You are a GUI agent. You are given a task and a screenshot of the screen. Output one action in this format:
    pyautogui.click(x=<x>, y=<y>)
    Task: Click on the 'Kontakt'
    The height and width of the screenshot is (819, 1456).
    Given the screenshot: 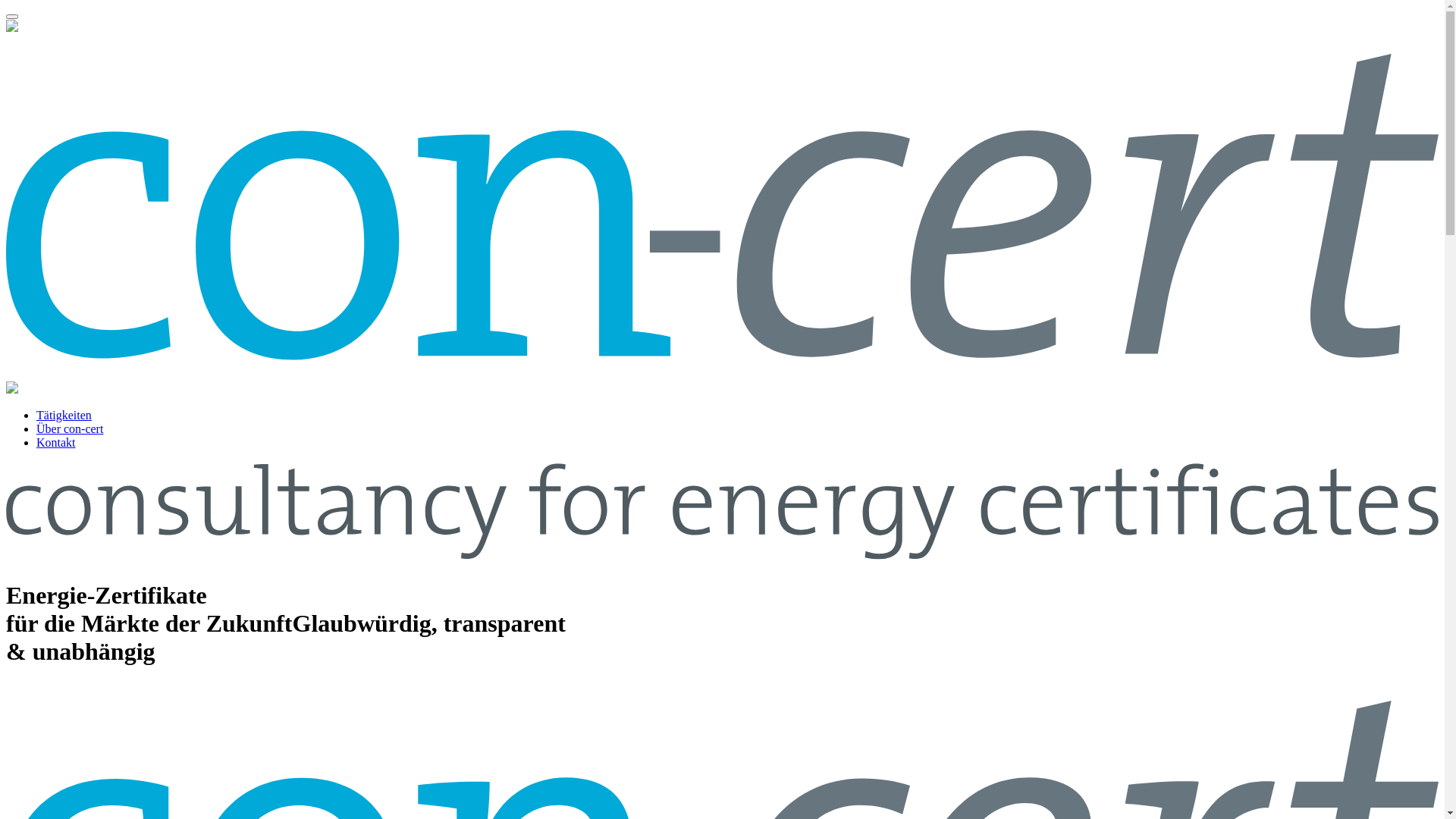 What is the action you would take?
    pyautogui.click(x=55, y=442)
    